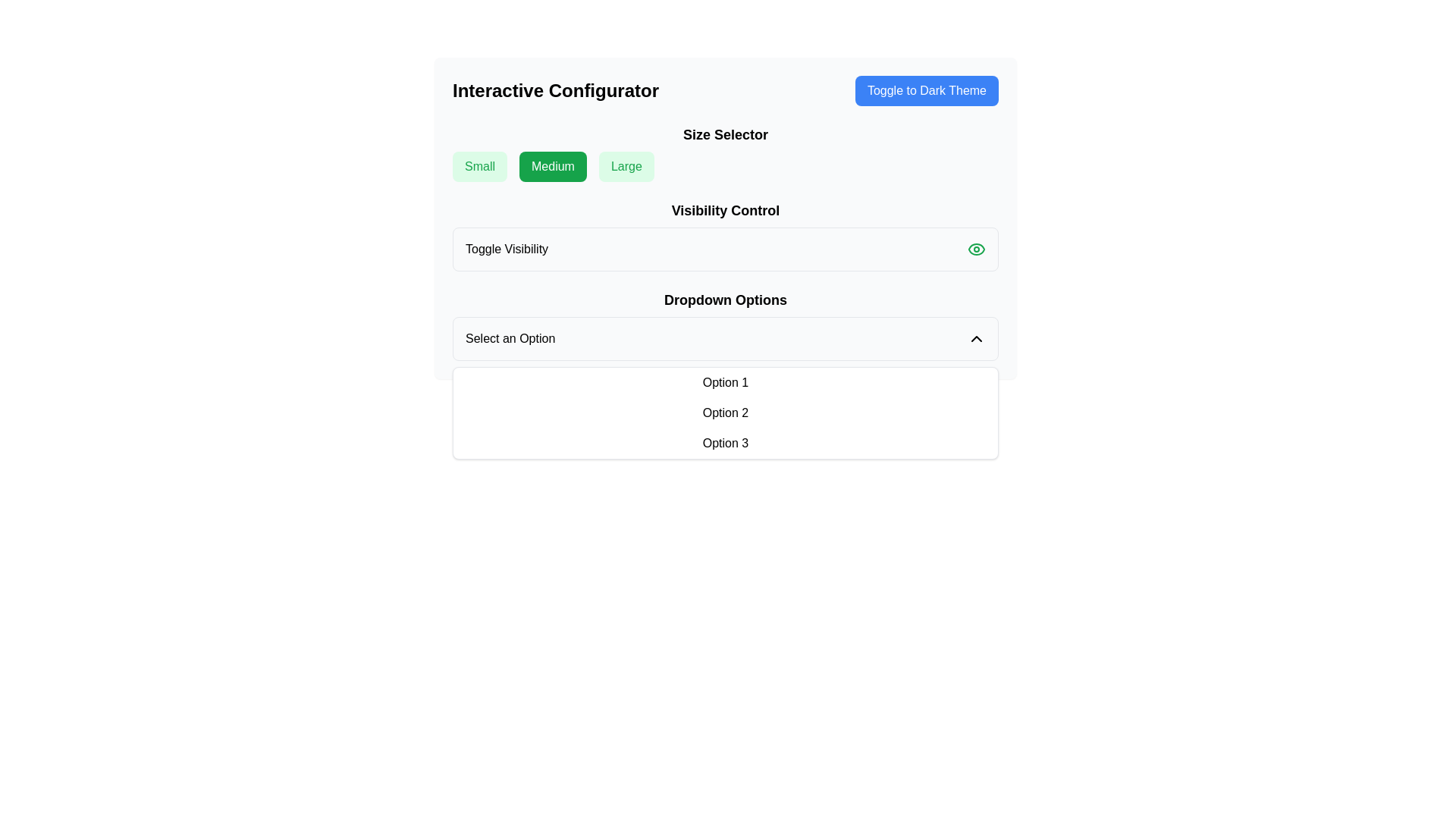 This screenshot has height=819, width=1456. What do you see at coordinates (976, 338) in the screenshot?
I see `the Chevron Up icon in the top-right corner of the 'Select an Option' dropdown` at bounding box center [976, 338].